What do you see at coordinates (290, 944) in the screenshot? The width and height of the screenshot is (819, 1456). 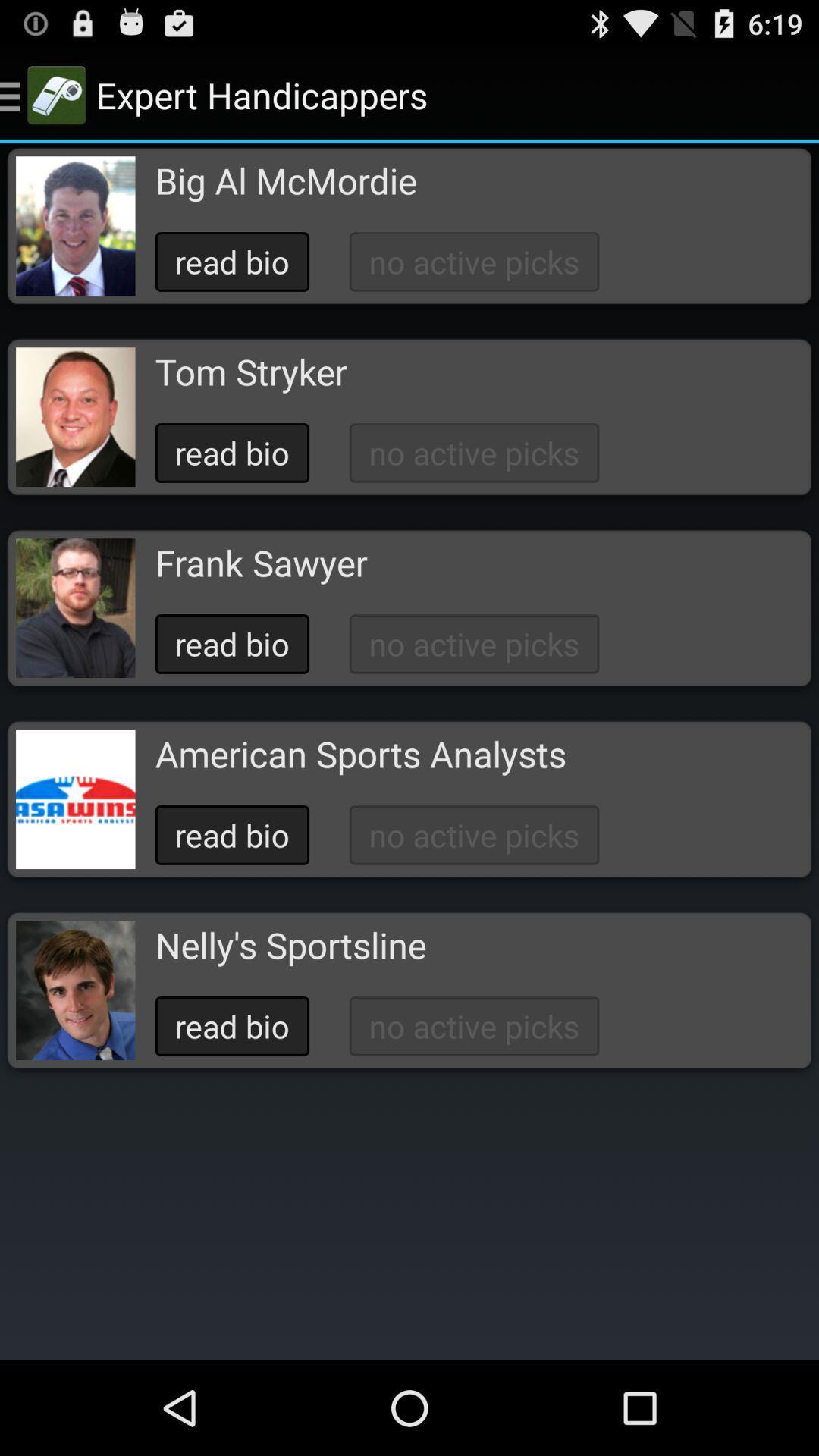 I see `the nelly's sportsline icon` at bounding box center [290, 944].